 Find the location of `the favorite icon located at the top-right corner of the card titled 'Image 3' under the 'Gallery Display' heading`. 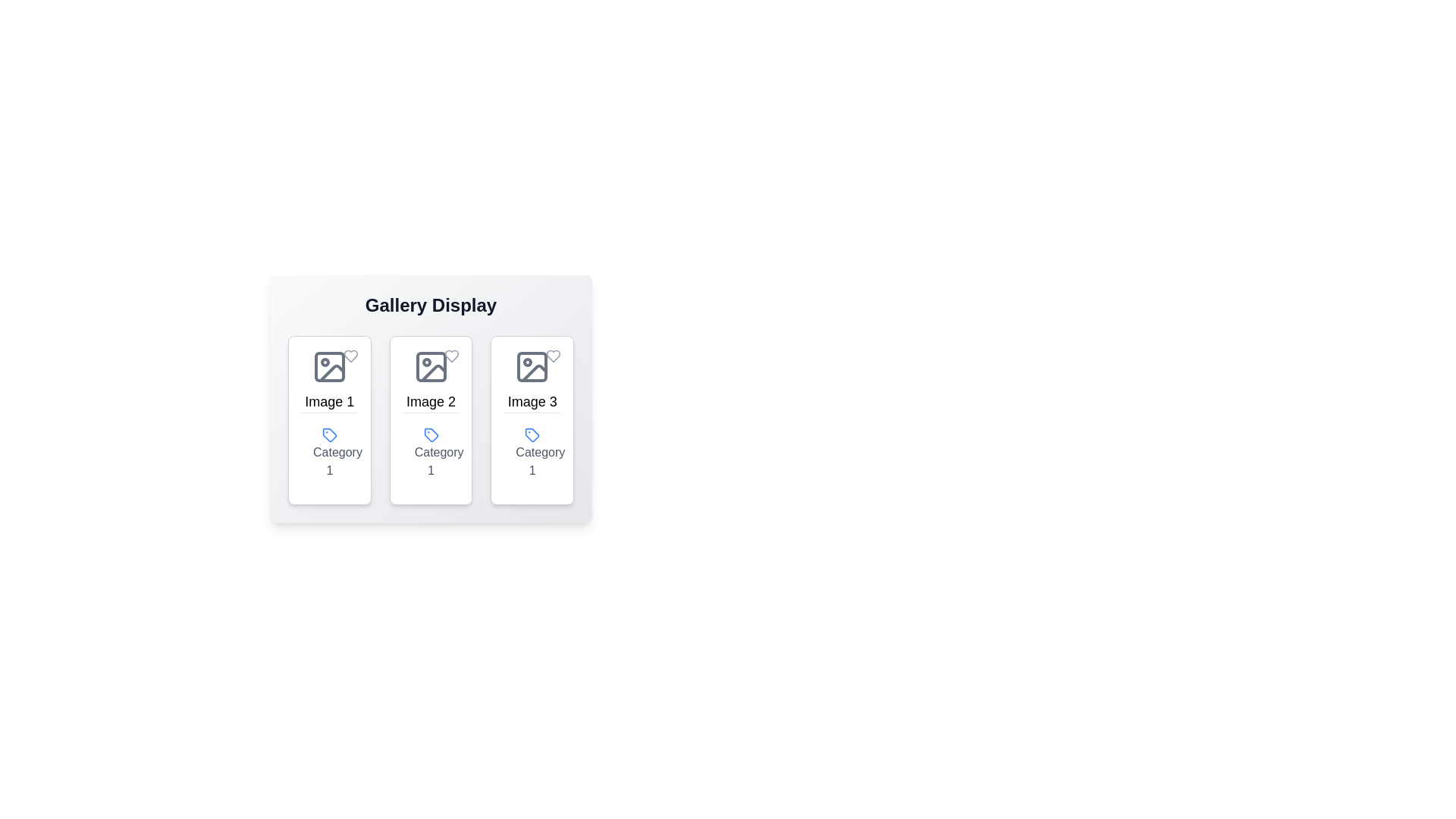

the favorite icon located at the top-right corner of the card titled 'Image 3' under the 'Gallery Display' heading is located at coordinates (552, 356).